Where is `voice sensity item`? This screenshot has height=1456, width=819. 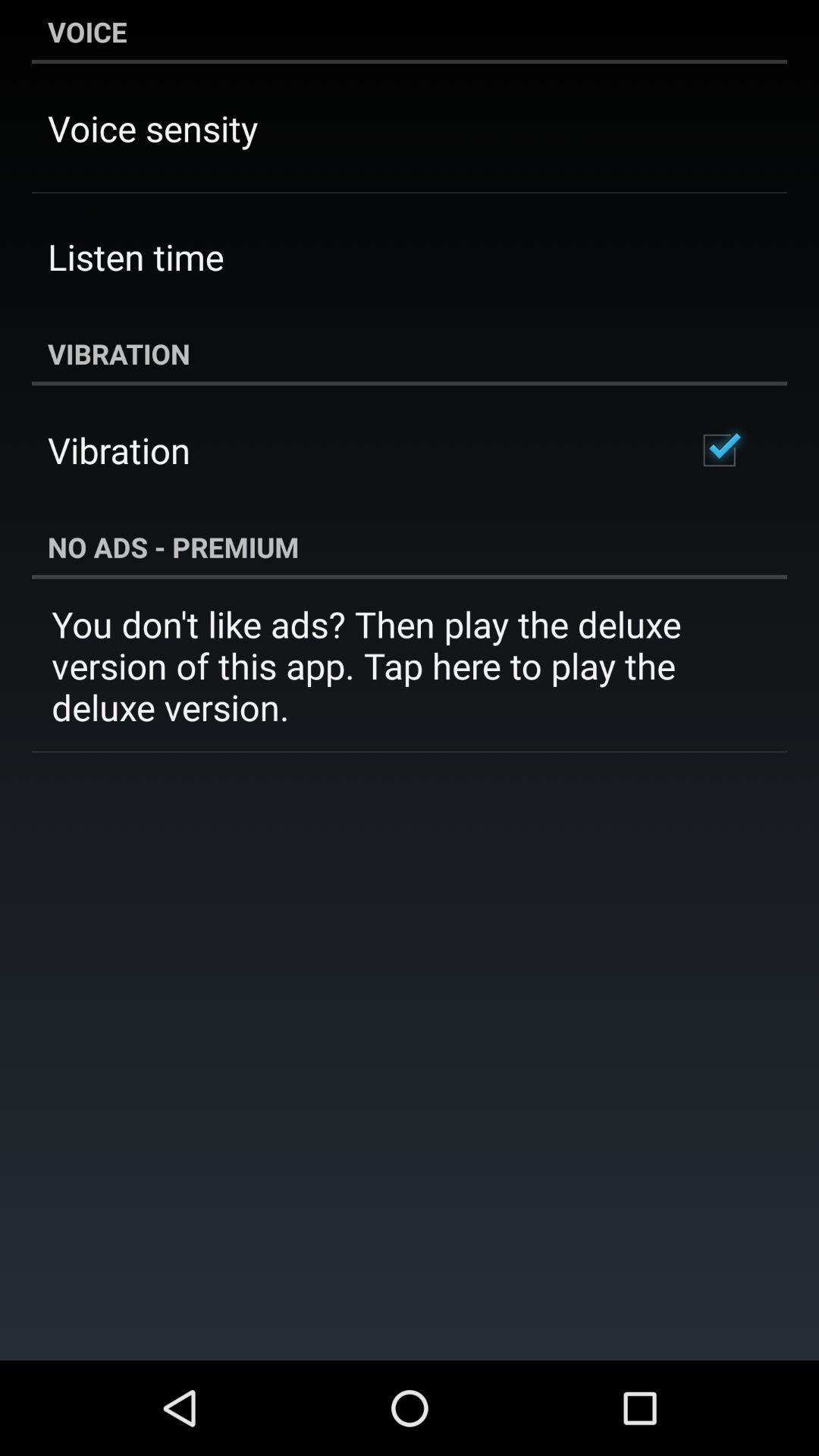
voice sensity item is located at coordinates (152, 128).